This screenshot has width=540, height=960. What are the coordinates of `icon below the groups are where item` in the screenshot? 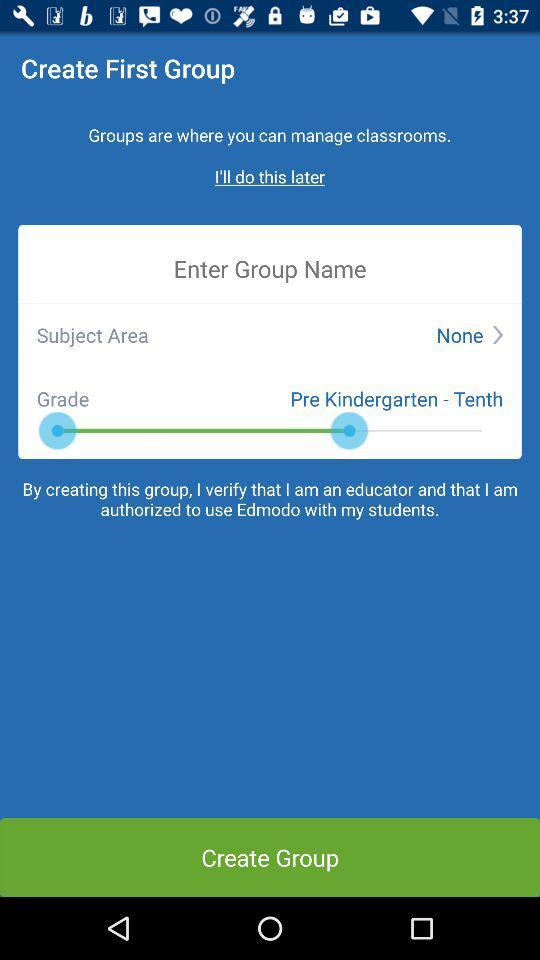 It's located at (270, 175).